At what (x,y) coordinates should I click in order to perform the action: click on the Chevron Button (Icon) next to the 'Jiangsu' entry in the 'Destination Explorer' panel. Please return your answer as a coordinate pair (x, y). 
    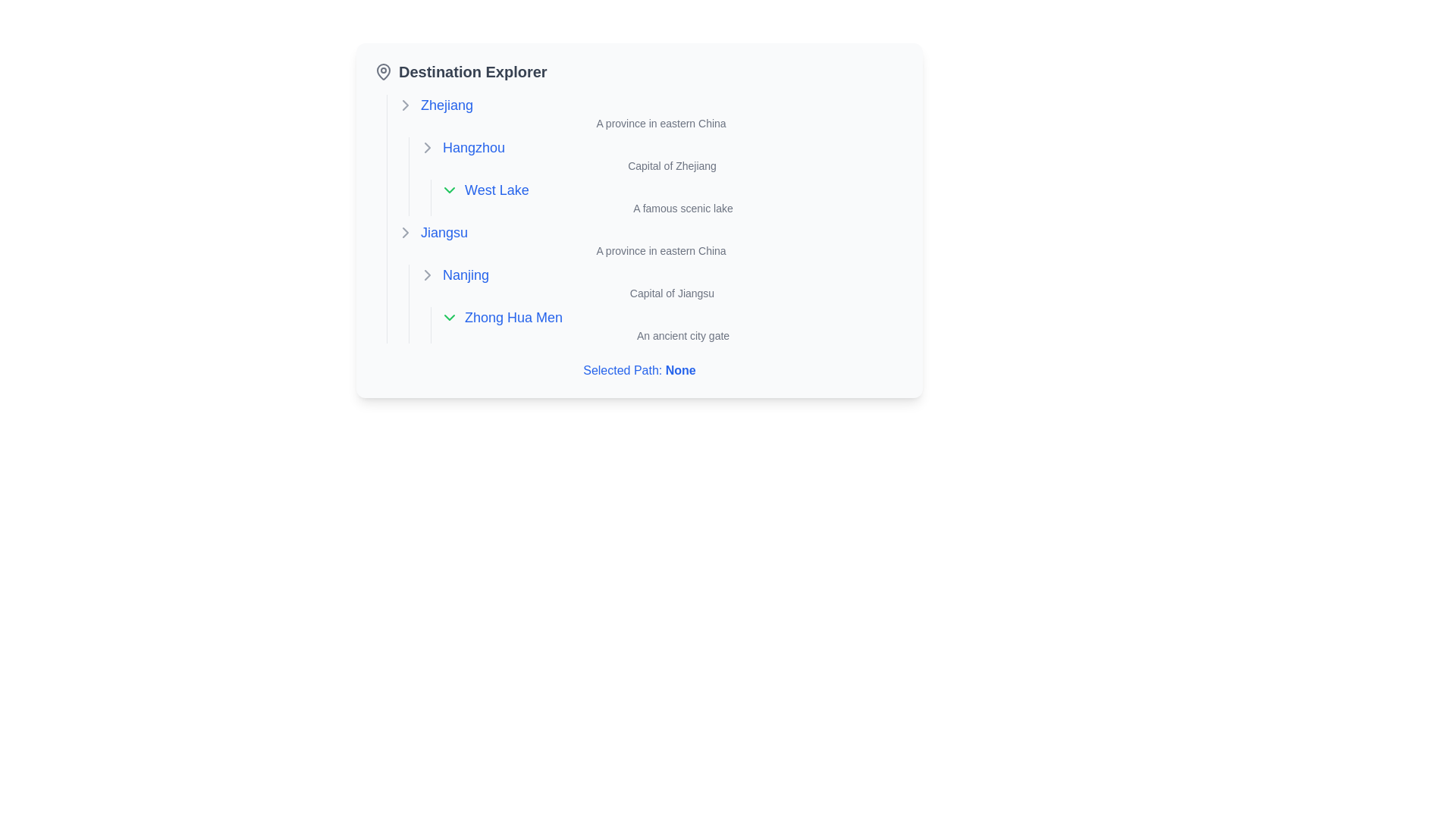
    Looking at the image, I should click on (405, 233).